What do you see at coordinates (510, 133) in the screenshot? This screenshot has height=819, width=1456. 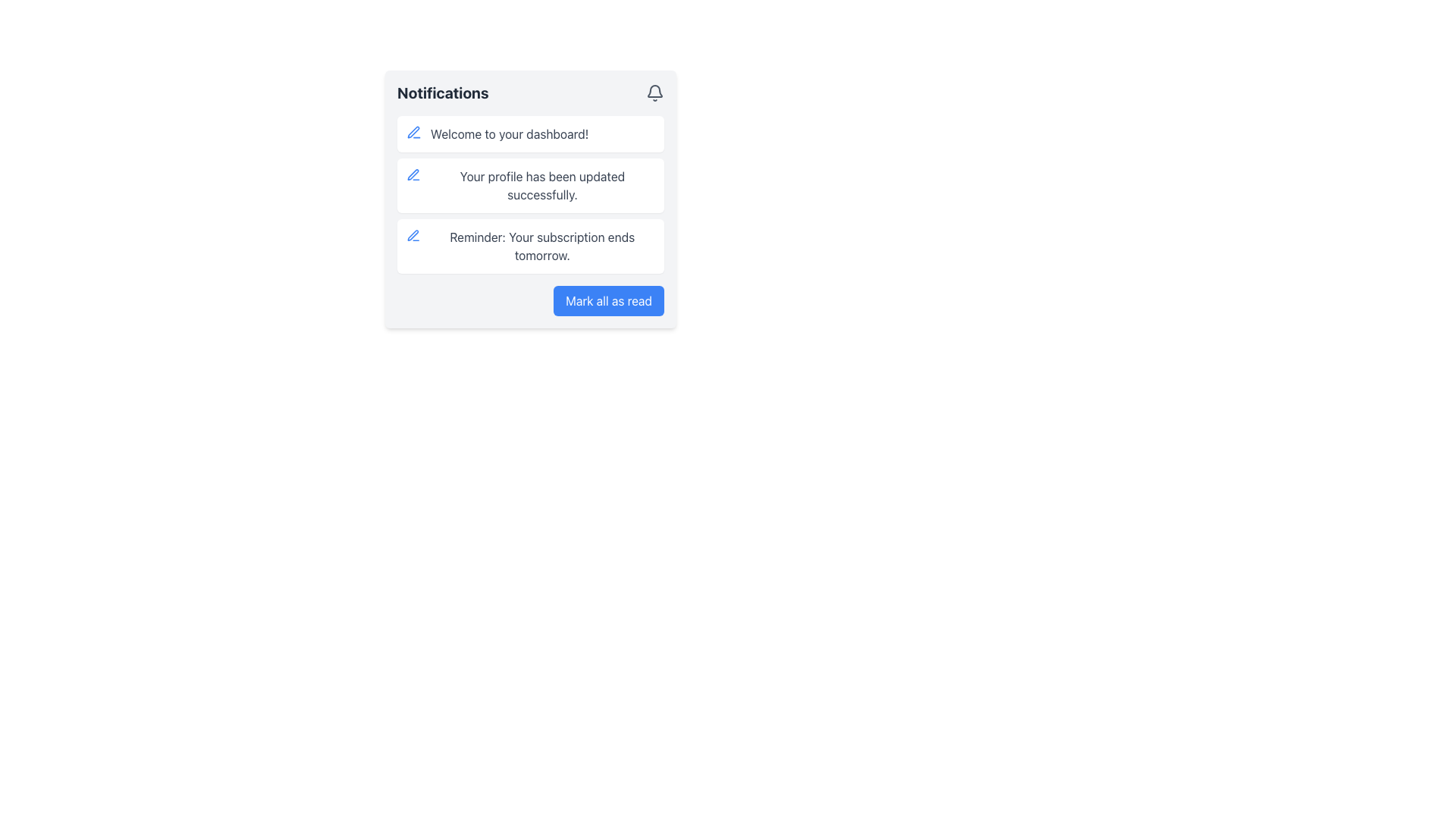 I see `the welcome message displayed in the topmost notification card in the 'Notifications' panel, located to the right of the small blue pen icon` at bounding box center [510, 133].